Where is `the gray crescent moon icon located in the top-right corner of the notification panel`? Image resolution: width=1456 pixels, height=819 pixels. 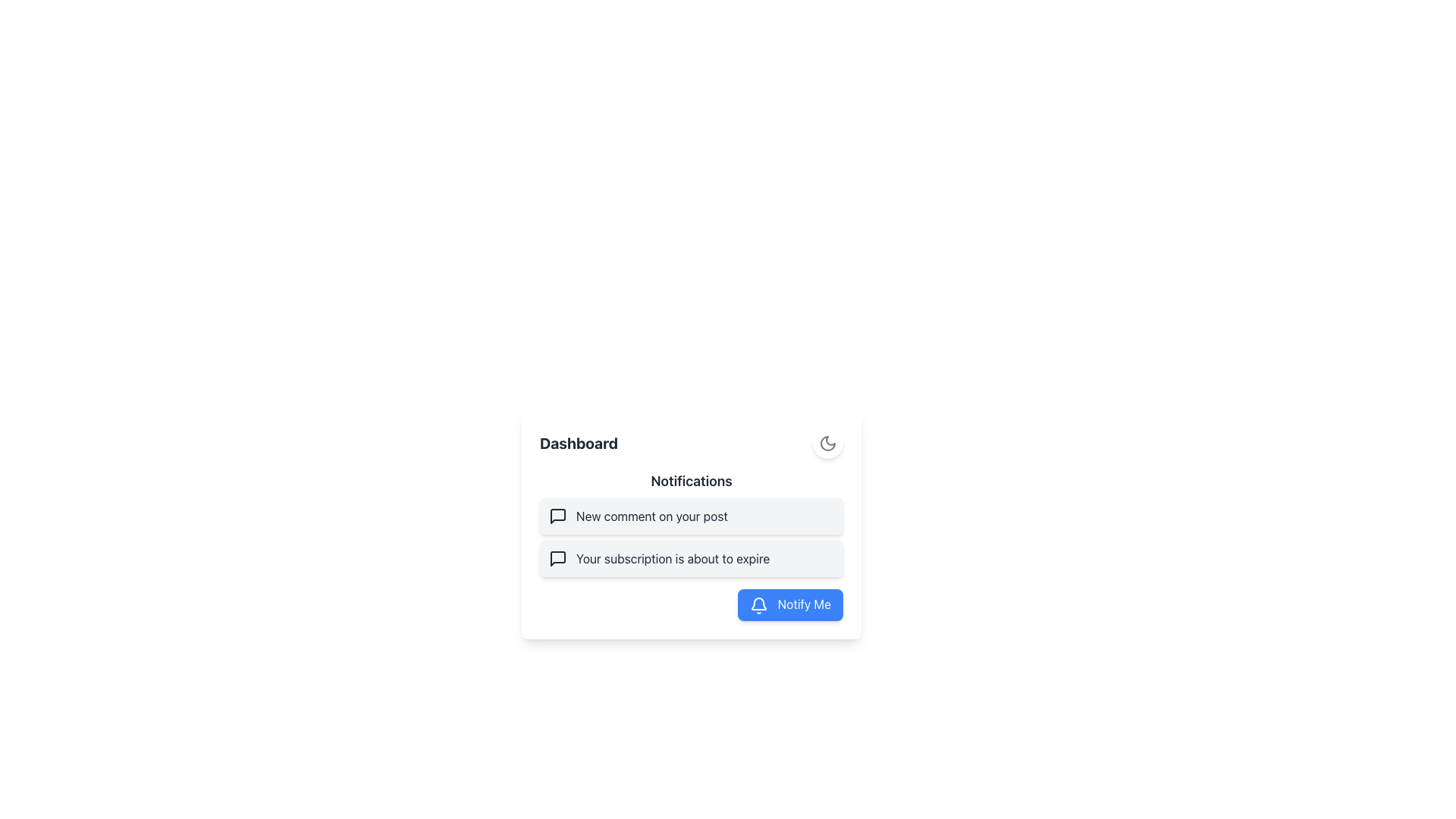
the gray crescent moon icon located in the top-right corner of the notification panel is located at coordinates (827, 444).